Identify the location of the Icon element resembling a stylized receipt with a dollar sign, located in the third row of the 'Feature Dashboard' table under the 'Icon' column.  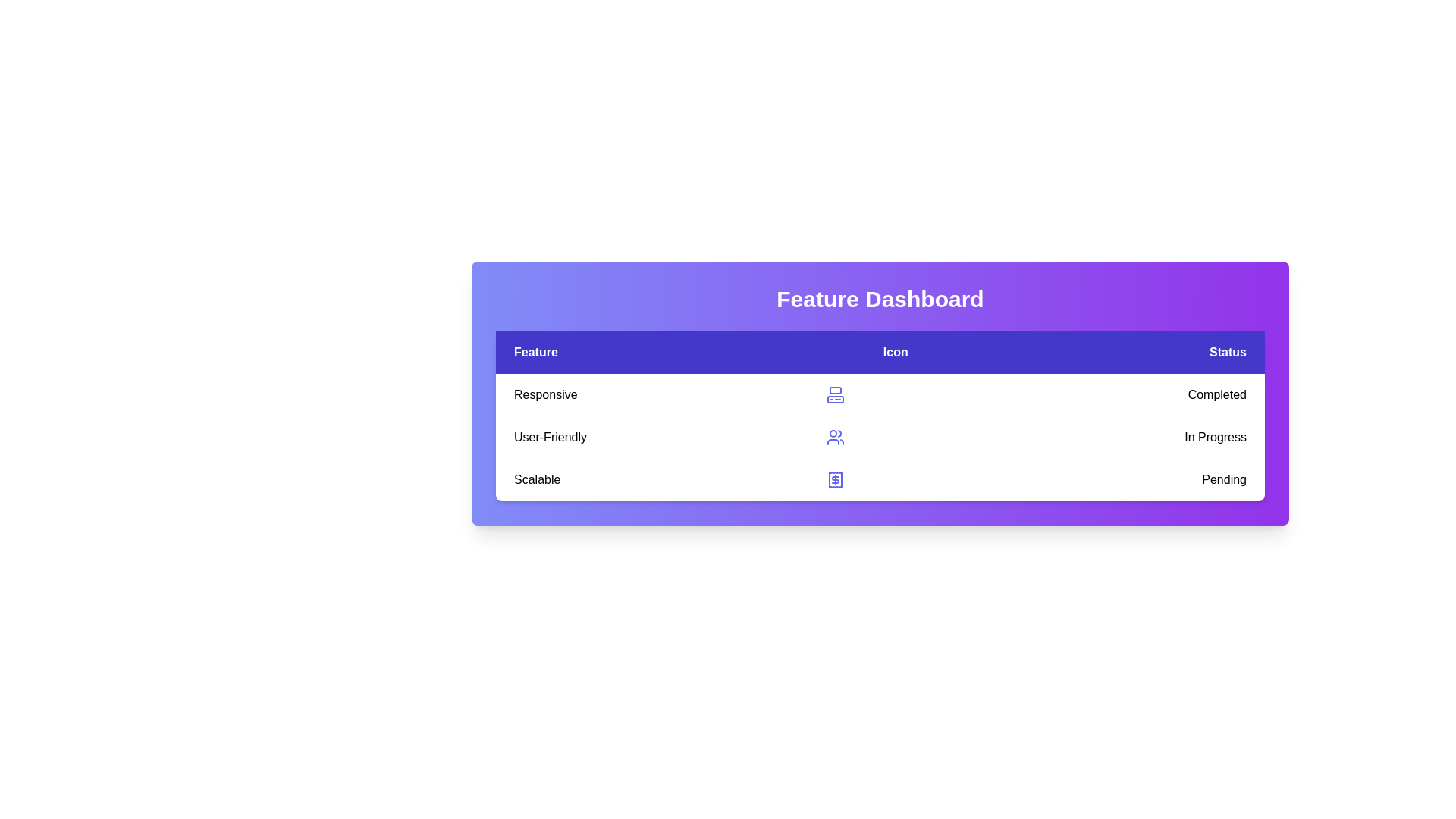
(834, 479).